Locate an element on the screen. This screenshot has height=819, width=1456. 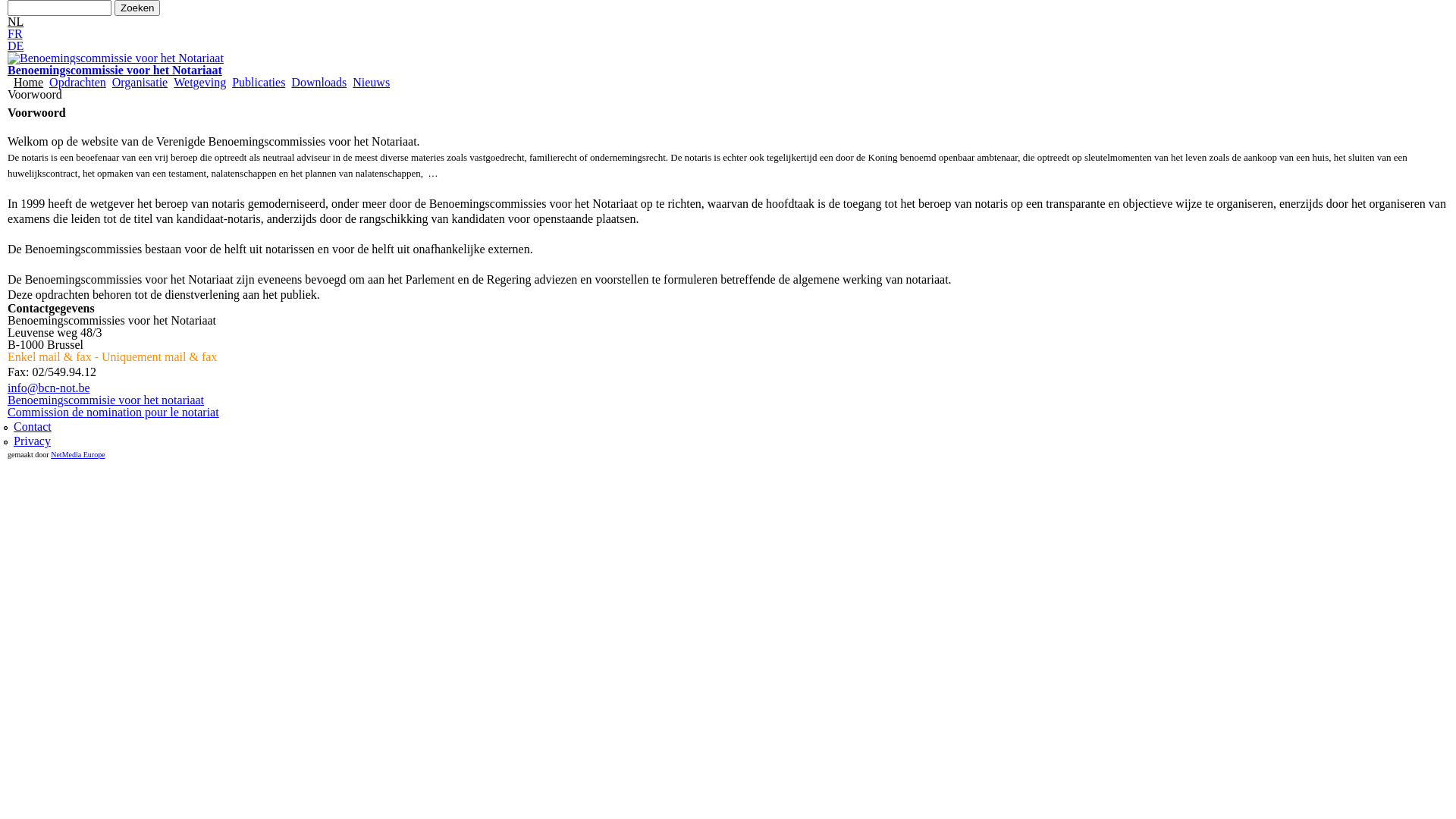
'Organisatie' is located at coordinates (140, 82).